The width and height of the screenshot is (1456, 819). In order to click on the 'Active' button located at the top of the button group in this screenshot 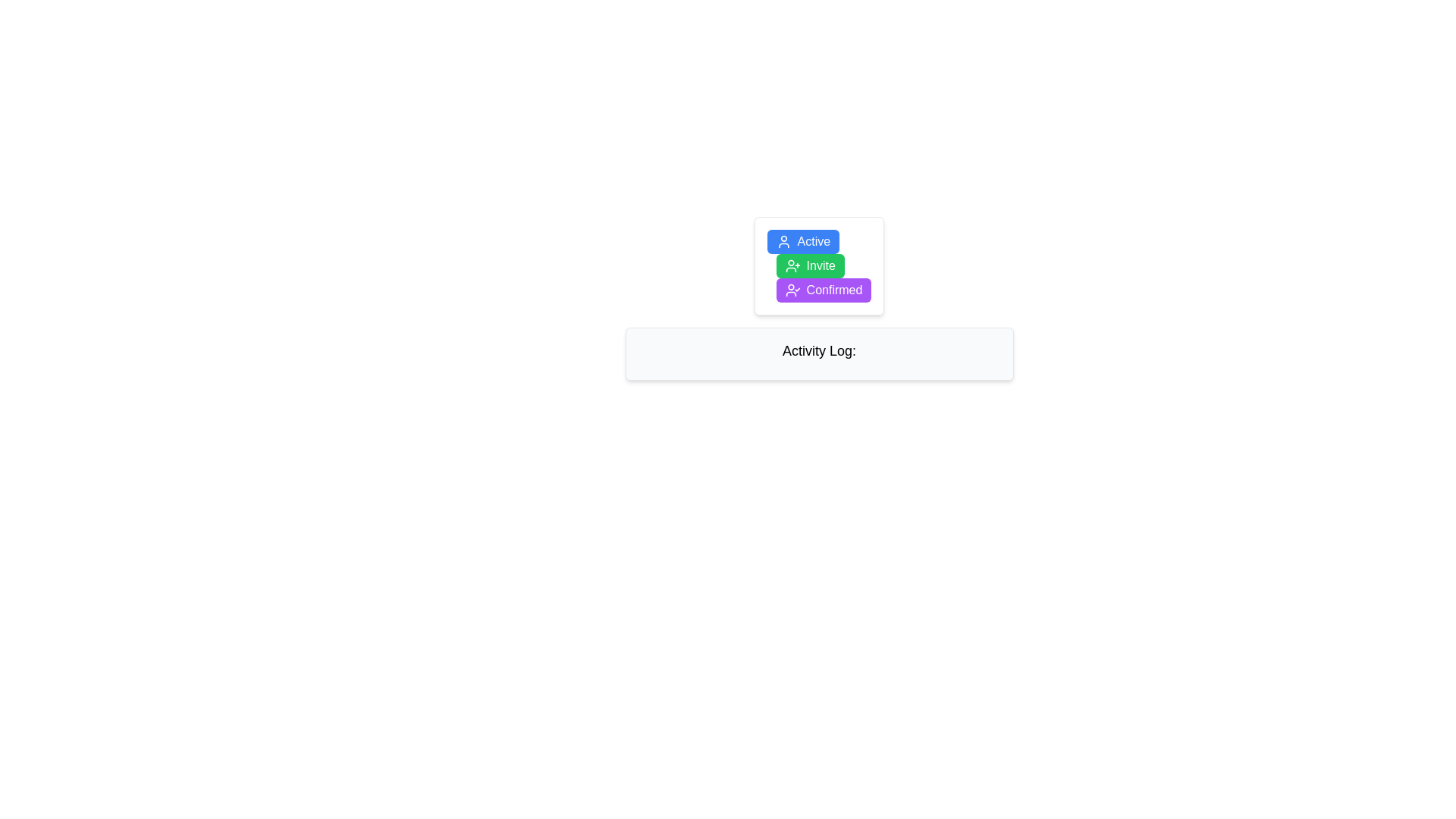, I will do `click(802, 241)`.